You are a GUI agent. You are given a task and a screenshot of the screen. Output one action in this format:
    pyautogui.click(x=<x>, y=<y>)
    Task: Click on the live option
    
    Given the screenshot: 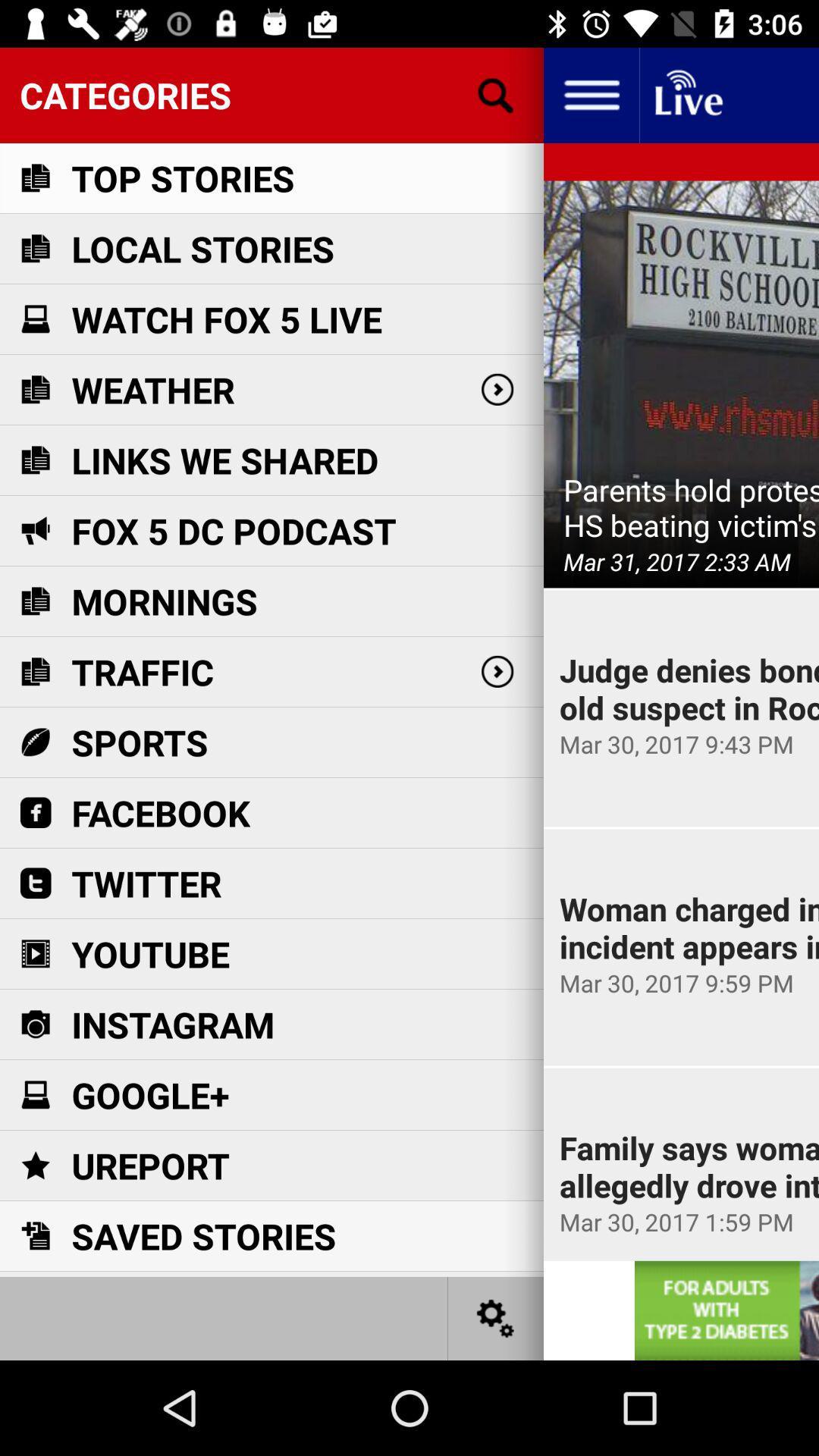 What is the action you would take?
    pyautogui.click(x=687, y=94)
    